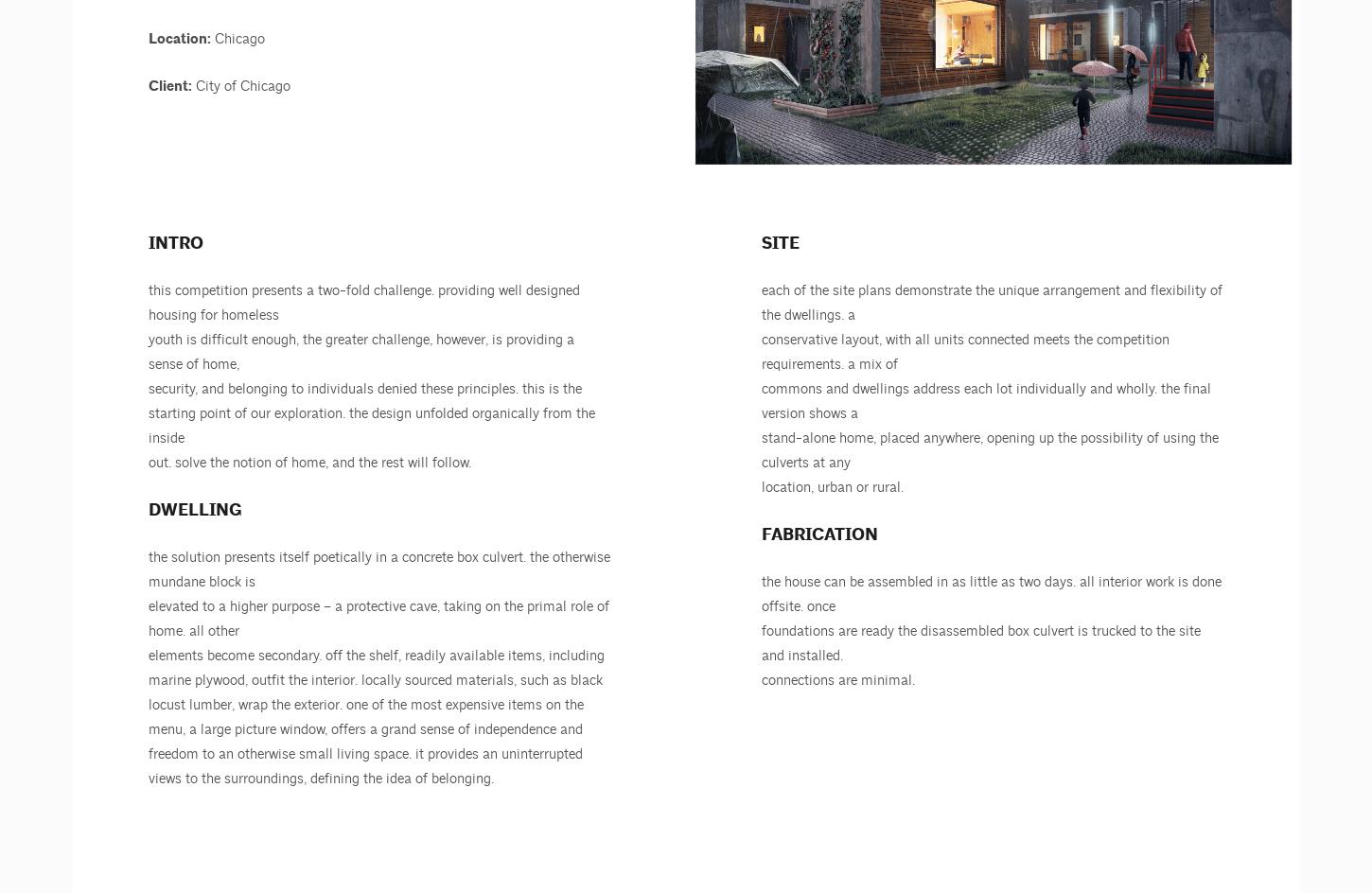 The image size is (1372, 893). What do you see at coordinates (992, 302) in the screenshot?
I see `'each of the site plans demonstrate the unique arrangement and flexibility of the dwellings. a'` at bounding box center [992, 302].